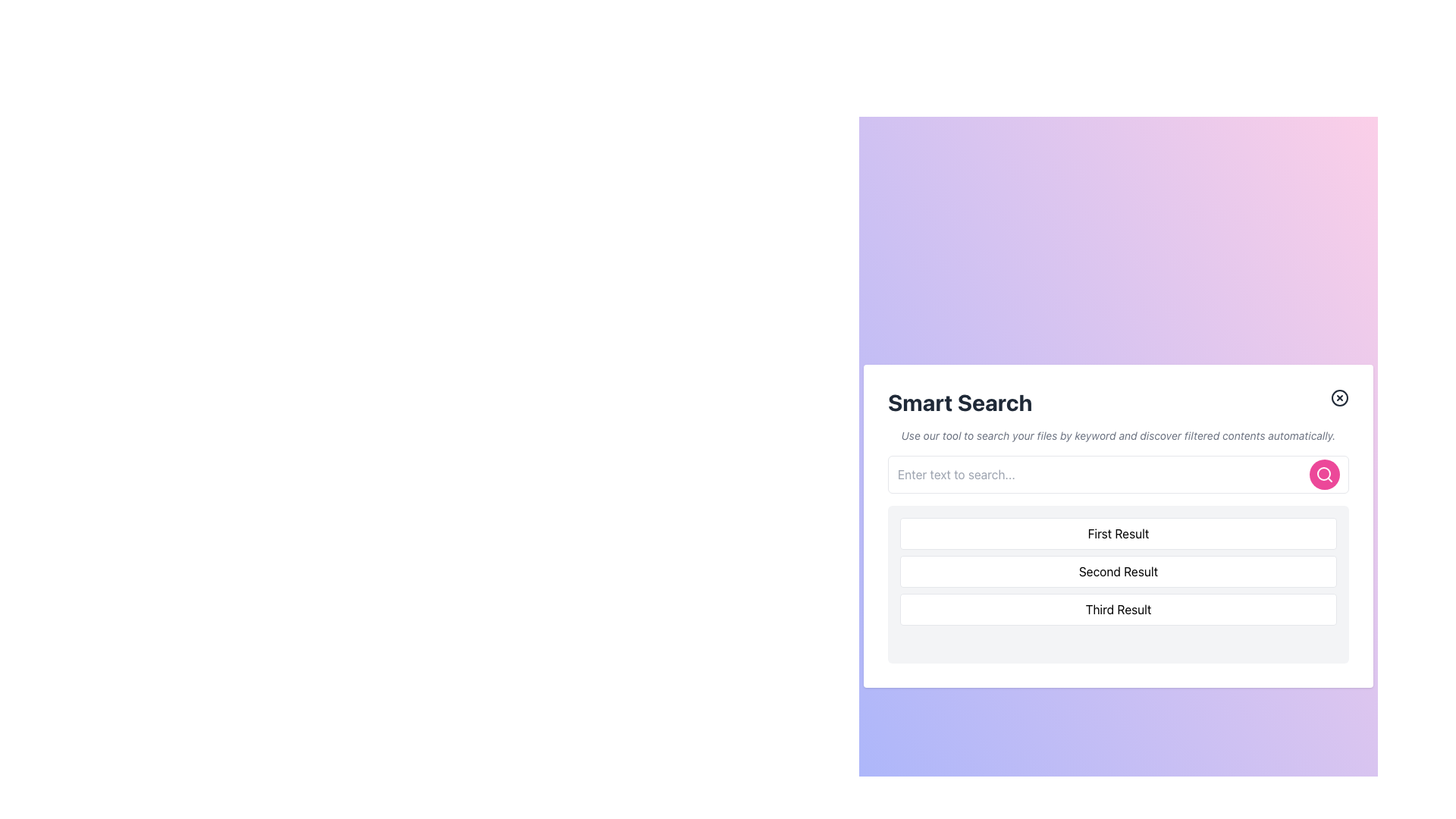 The image size is (1456, 819). I want to click on the magnifying glass icon located at the top-right corner of the text input box, so click(1324, 473).